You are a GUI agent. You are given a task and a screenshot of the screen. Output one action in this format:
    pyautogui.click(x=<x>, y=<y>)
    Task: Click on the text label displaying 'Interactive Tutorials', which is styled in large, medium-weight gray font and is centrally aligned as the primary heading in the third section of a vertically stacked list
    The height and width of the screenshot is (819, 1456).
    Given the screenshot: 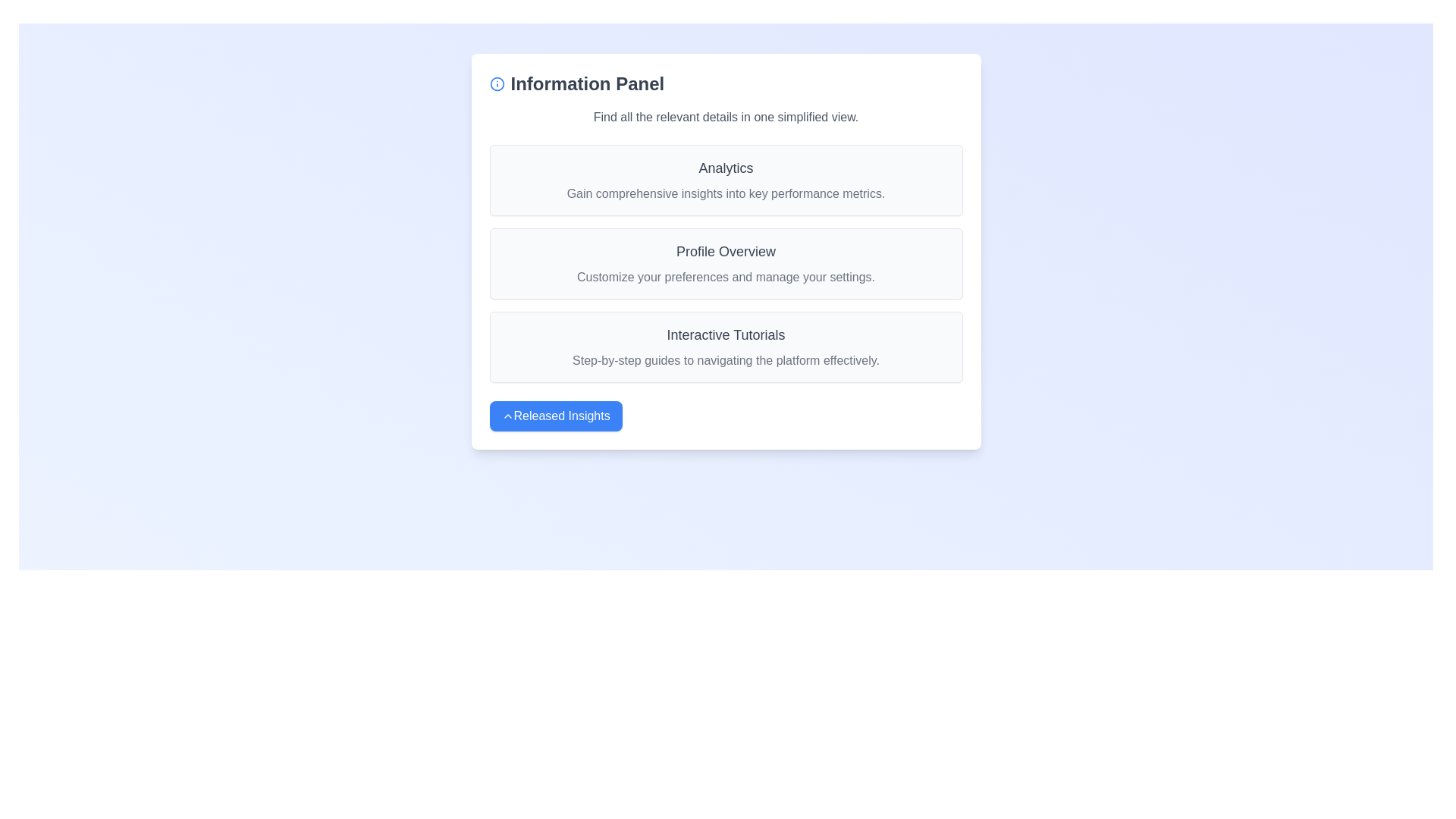 What is the action you would take?
    pyautogui.click(x=725, y=334)
    